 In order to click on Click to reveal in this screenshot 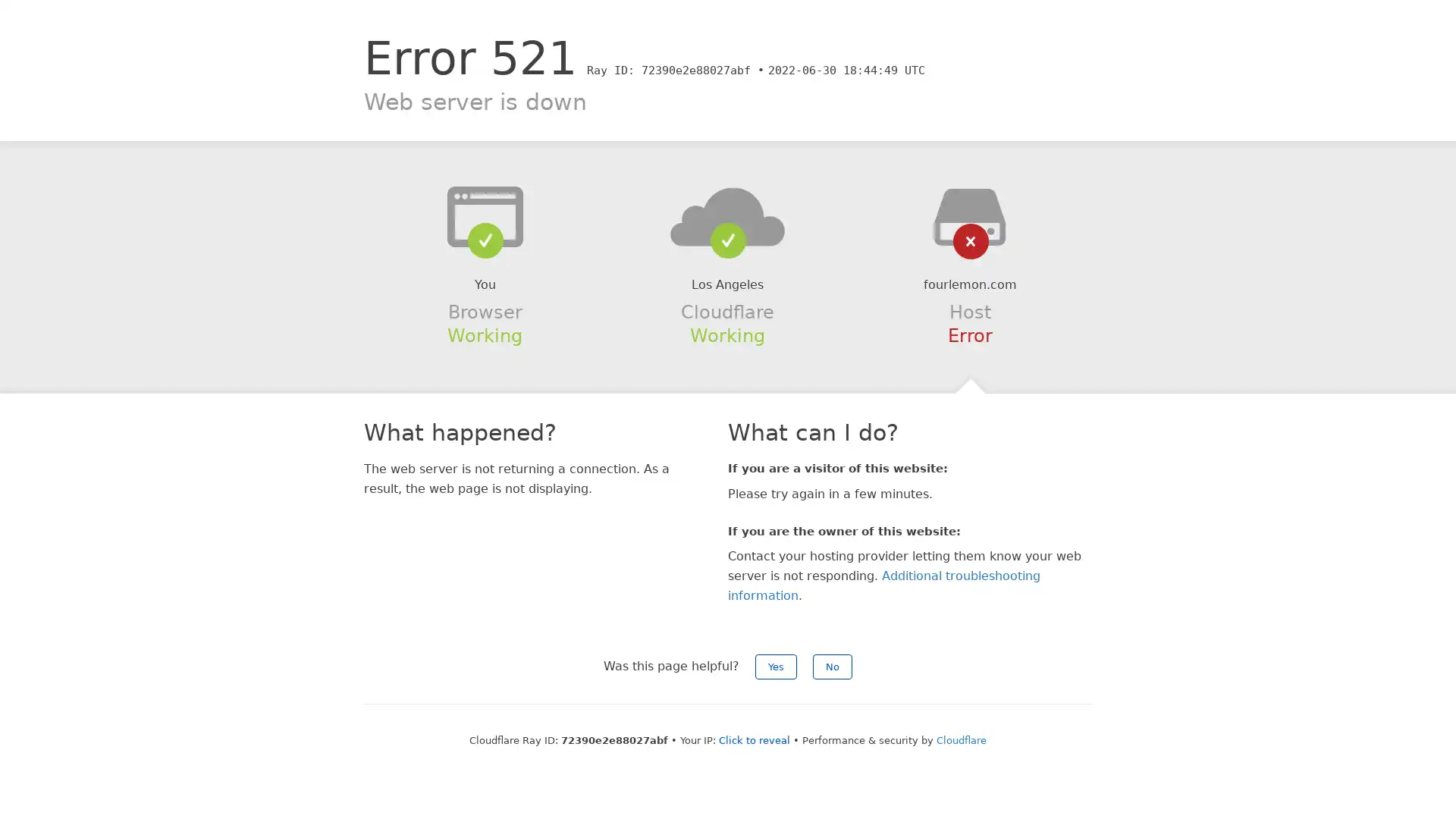, I will do `click(754, 739)`.